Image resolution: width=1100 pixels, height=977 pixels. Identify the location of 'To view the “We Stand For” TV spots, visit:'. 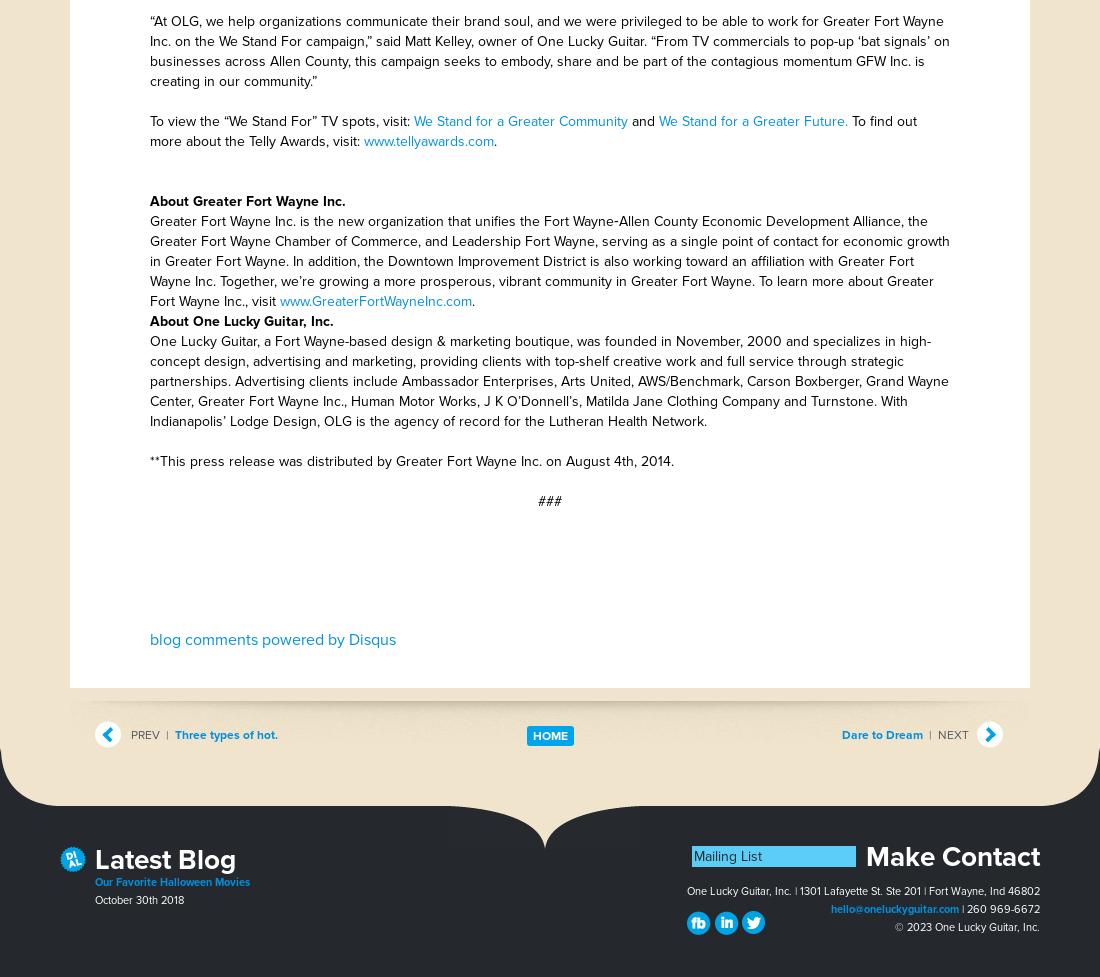
(281, 121).